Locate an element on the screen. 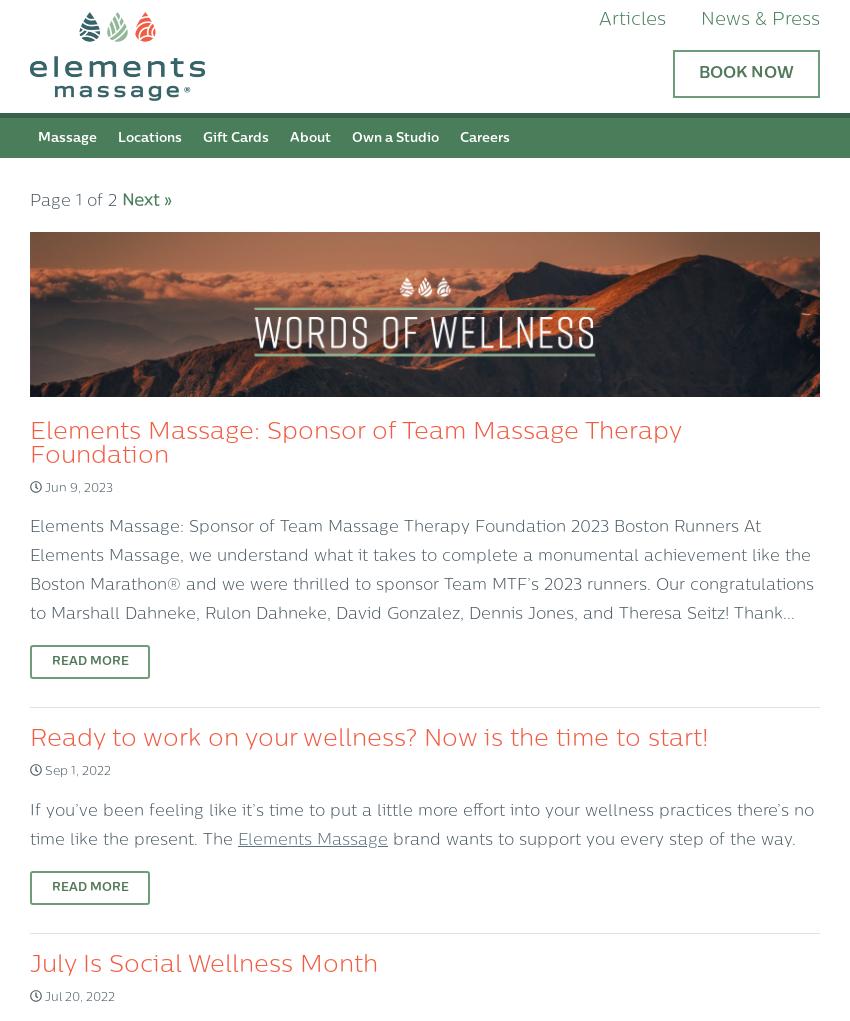 The image size is (850, 1021). 'Book Now' is located at coordinates (746, 74).